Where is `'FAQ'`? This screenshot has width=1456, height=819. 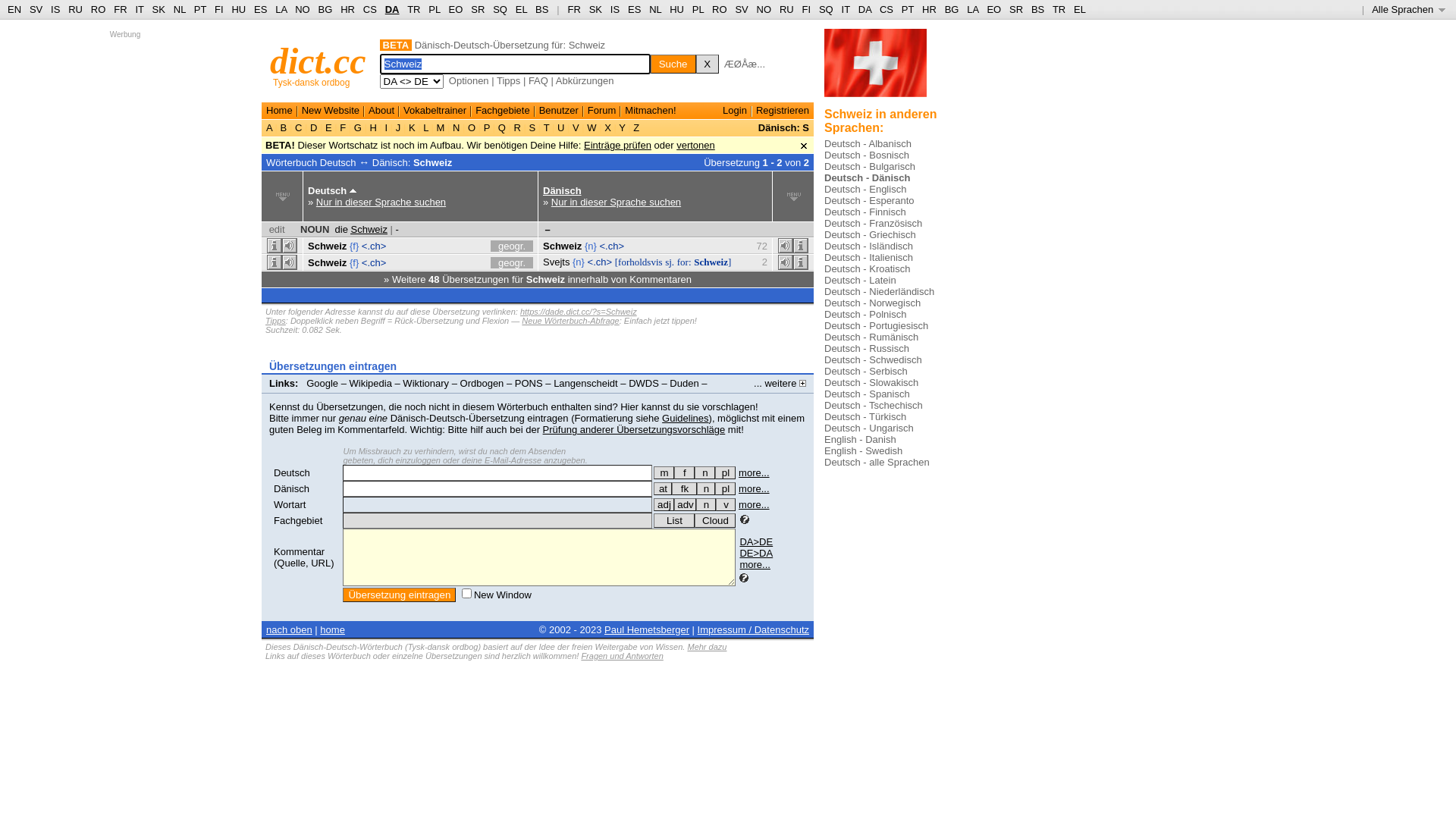
'FAQ' is located at coordinates (538, 80).